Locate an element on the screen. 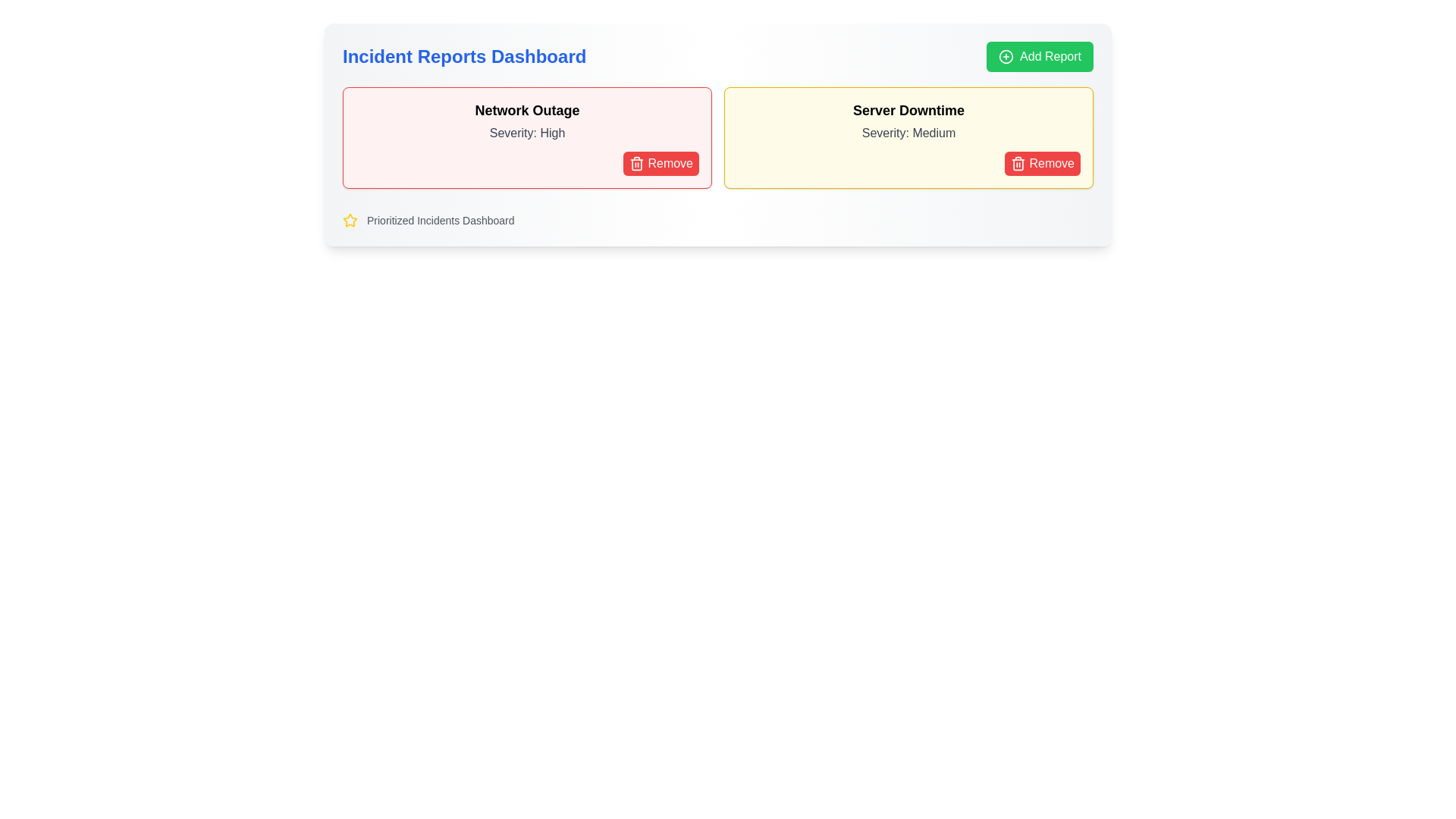  the star-shaped icon with a yellow outline, which indicates a rating or priority marker, located before the text 'Prioritized Incidents Dashboard' is located at coordinates (349, 220).